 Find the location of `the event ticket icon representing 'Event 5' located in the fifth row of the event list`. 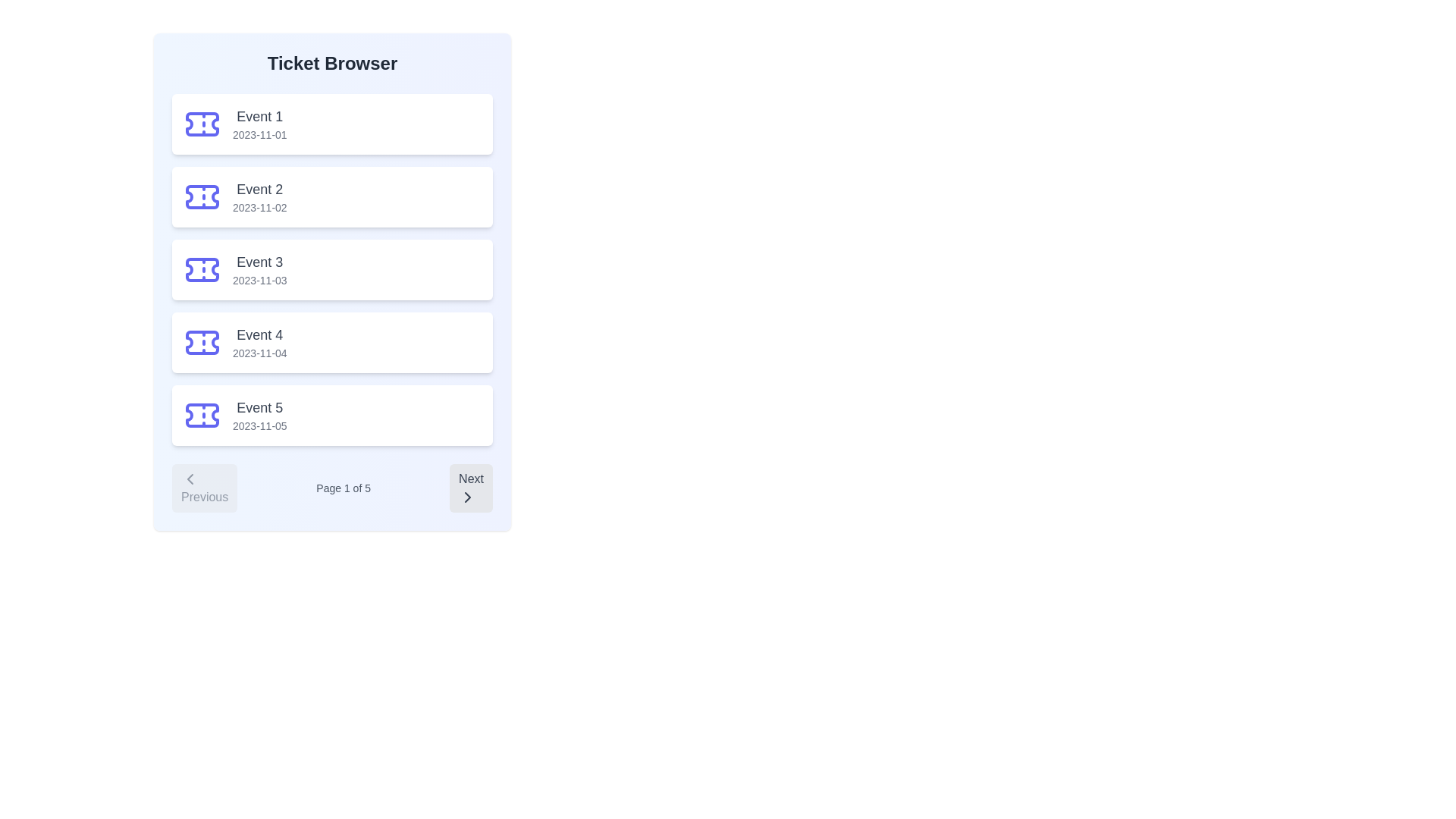

the event ticket icon representing 'Event 5' located in the fifth row of the event list is located at coordinates (202, 415).